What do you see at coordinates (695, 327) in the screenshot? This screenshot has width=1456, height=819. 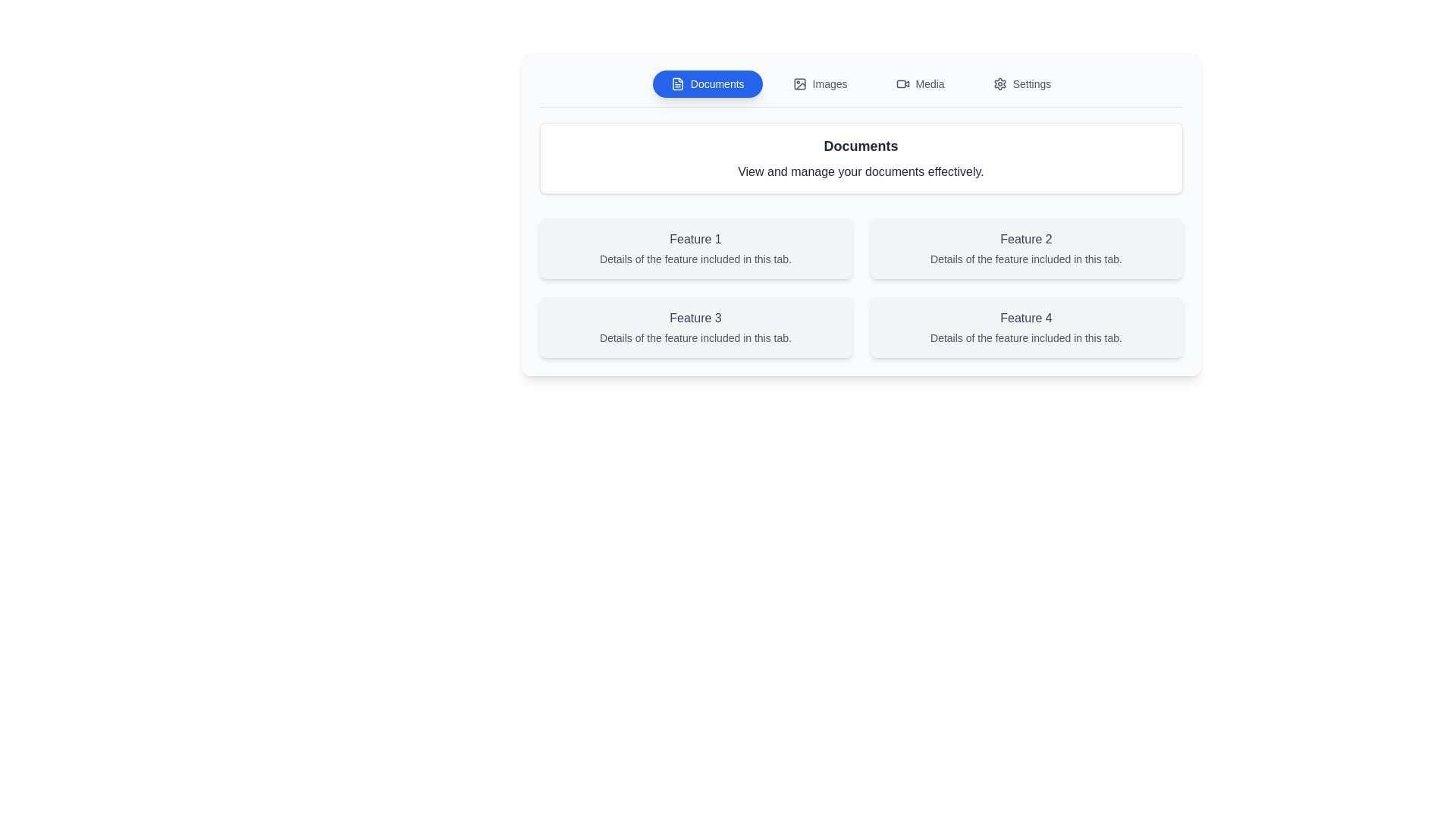 I see `the Card element that has a light gray background, rounded corners, and contains the text 'Feature 3' with a description 'Details of the feature included in this tab.'` at bounding box center [695, 327].